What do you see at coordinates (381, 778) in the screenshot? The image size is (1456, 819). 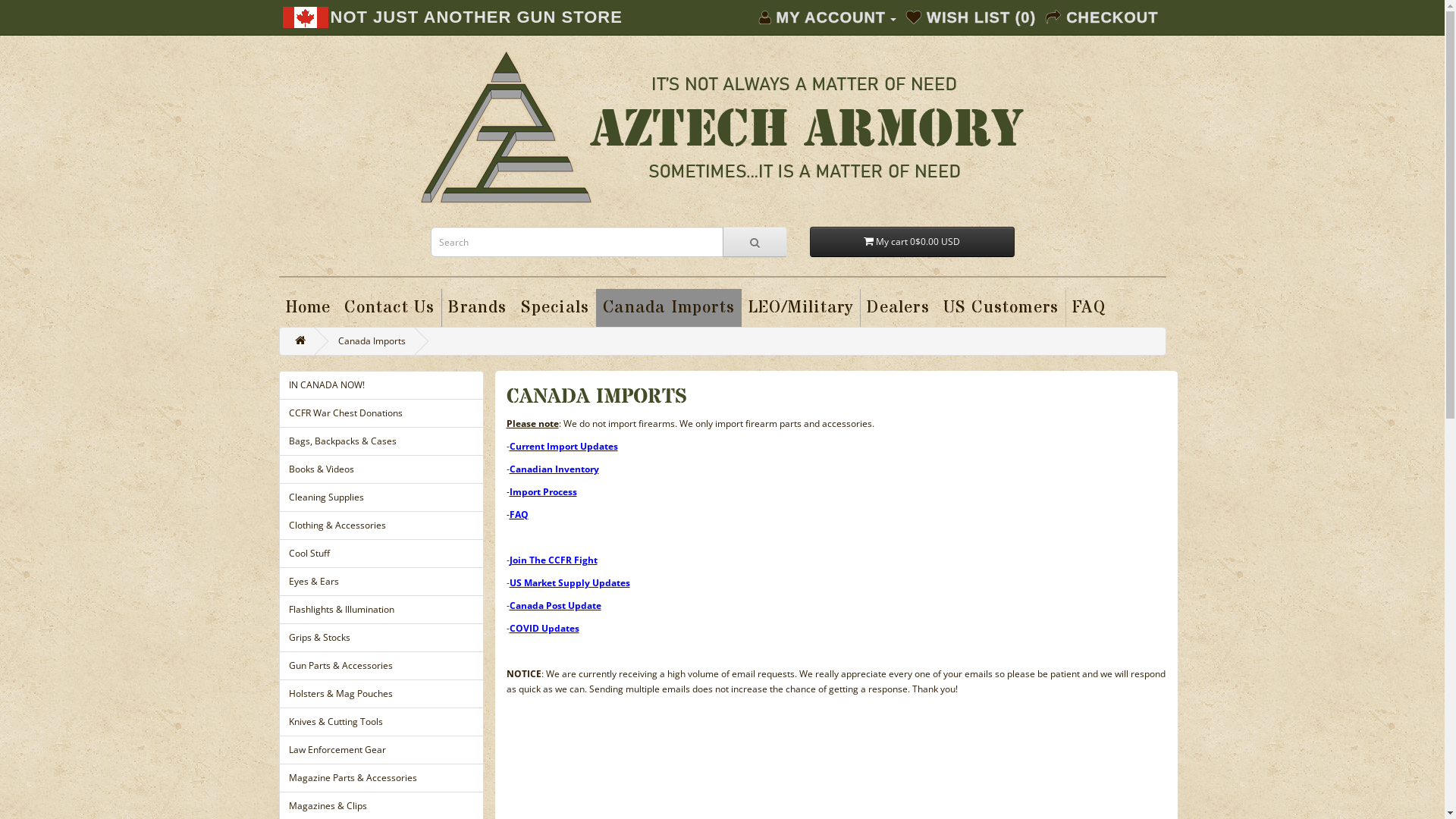 I see `'Magazine Parts & Accessories'` at bounding box center [381, 778].